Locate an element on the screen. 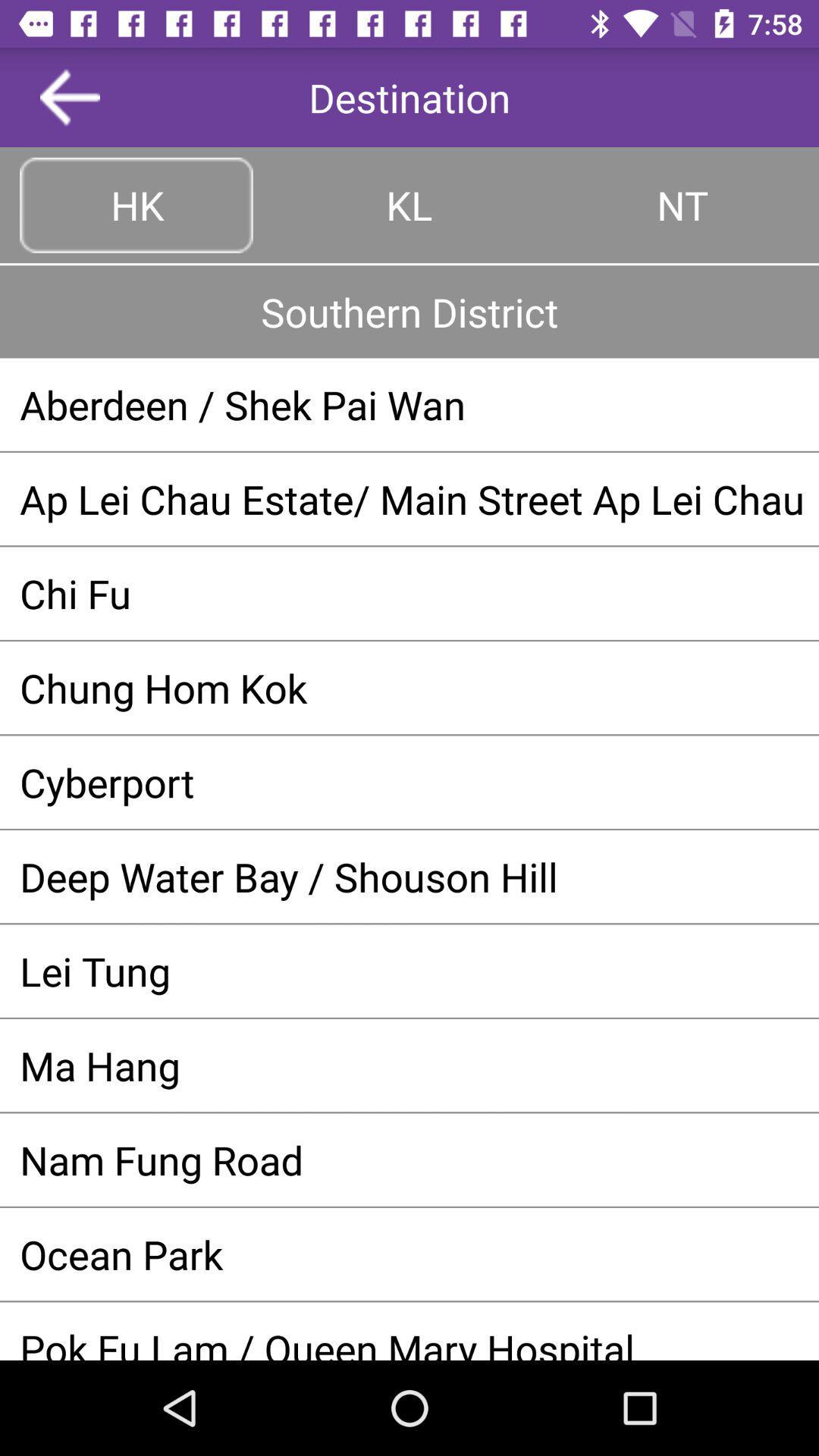 This screenshot has height=1456, width=819. nt is located at coordinates (681, 204).